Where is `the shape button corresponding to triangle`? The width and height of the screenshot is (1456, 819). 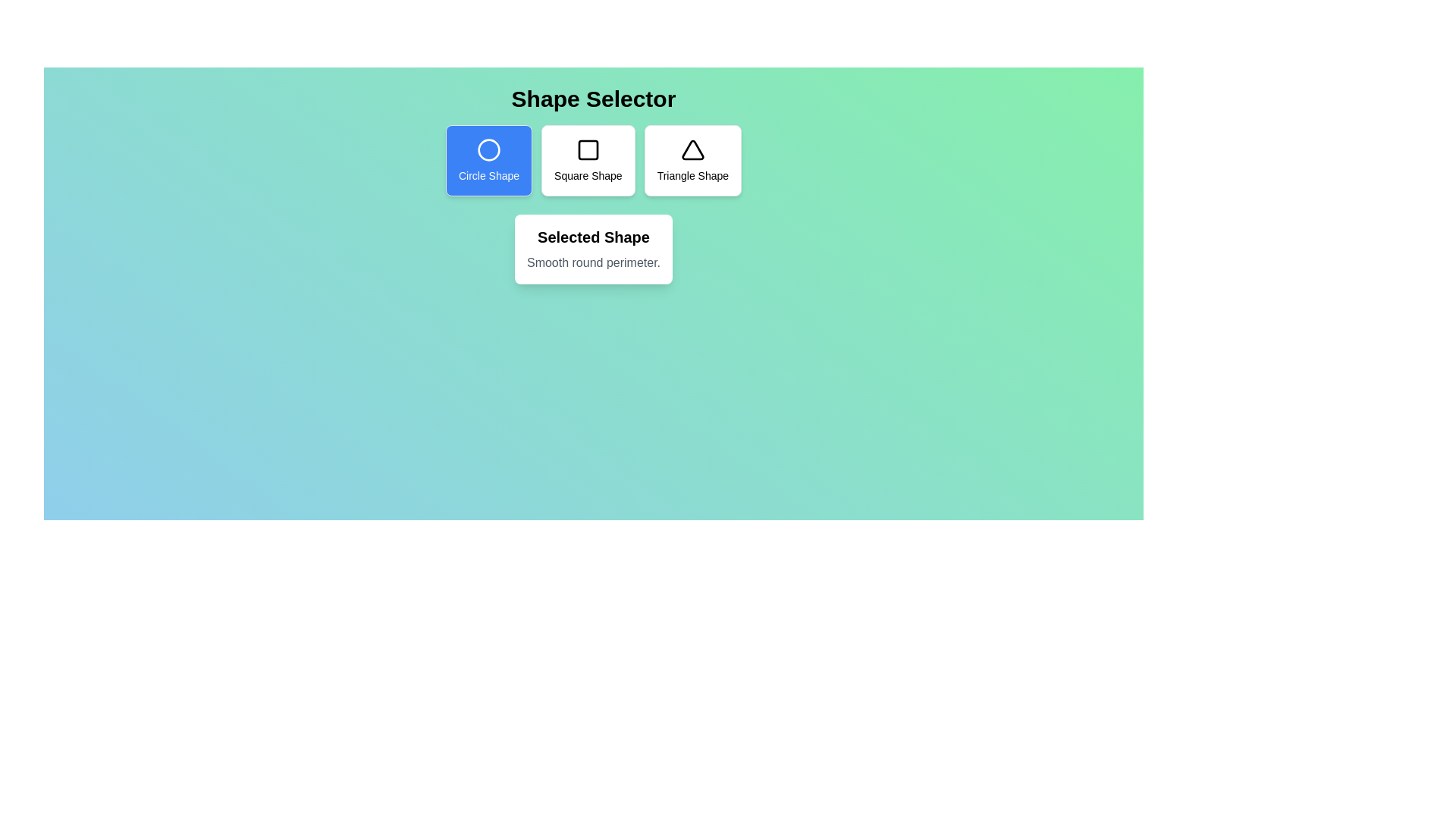
the shape button corresponding to triangle is located at coordinates (691, 161).